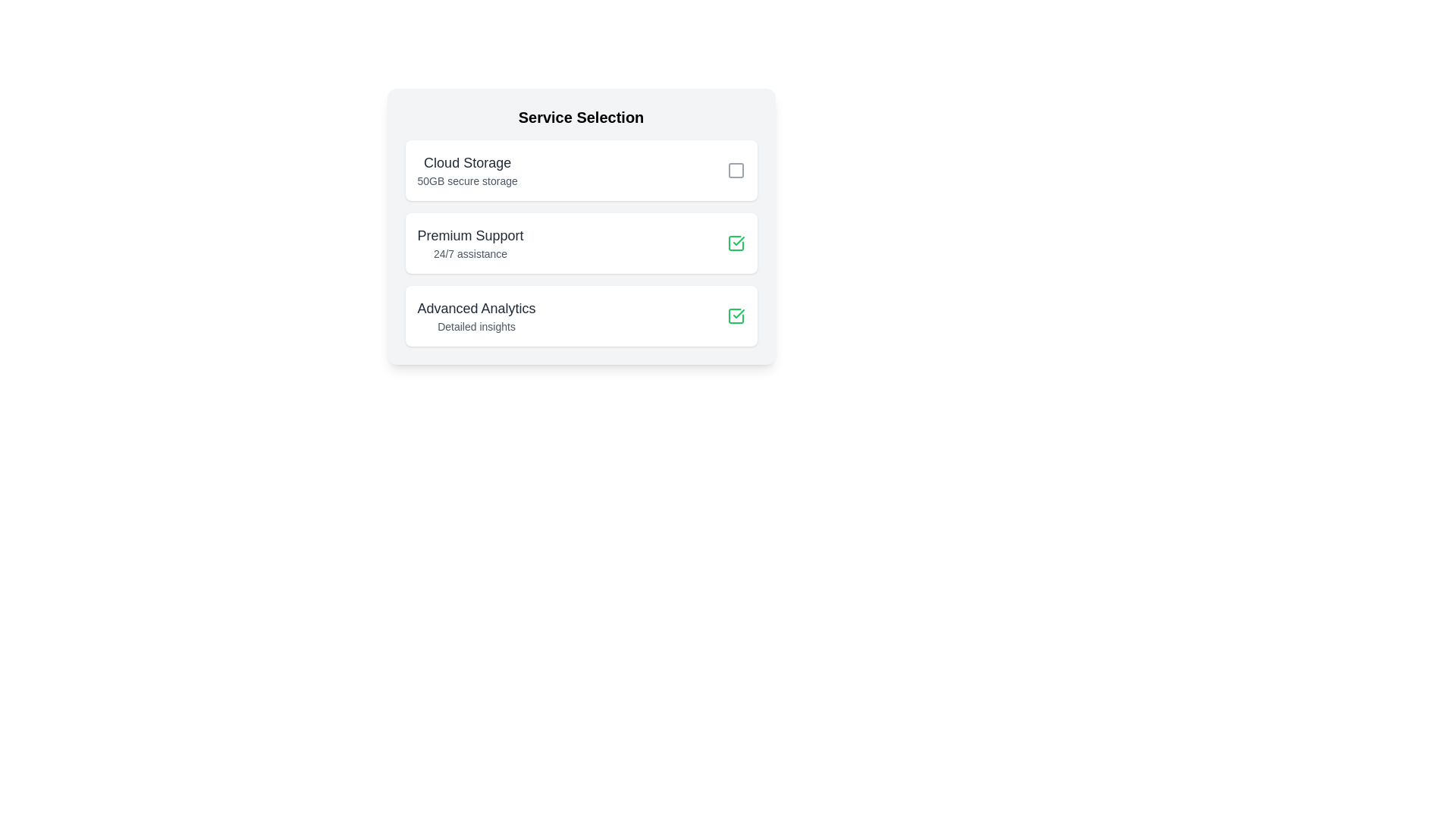 The height and width of the screenshot is (819, 1456). What do you see at coordinates (475, 308) in the screenshot?
I see `the 'Advanced Analytics' text label, which is prominently displayed in a large, bold dark gray font in the bottom section of the 'Service Selection' panel` at bounding box center [475, 308].